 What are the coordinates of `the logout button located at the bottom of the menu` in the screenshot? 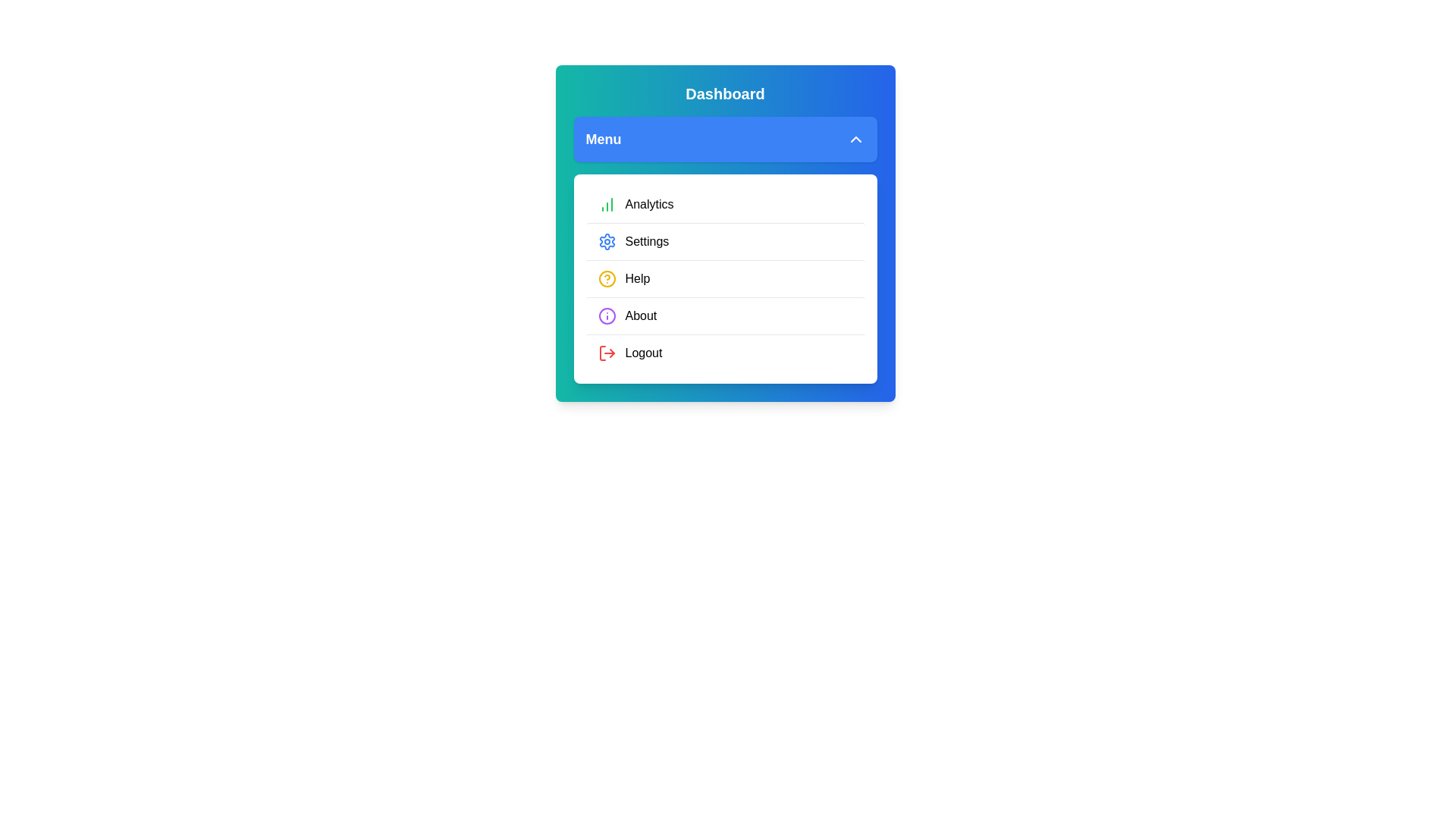 It's located at (724, 353).